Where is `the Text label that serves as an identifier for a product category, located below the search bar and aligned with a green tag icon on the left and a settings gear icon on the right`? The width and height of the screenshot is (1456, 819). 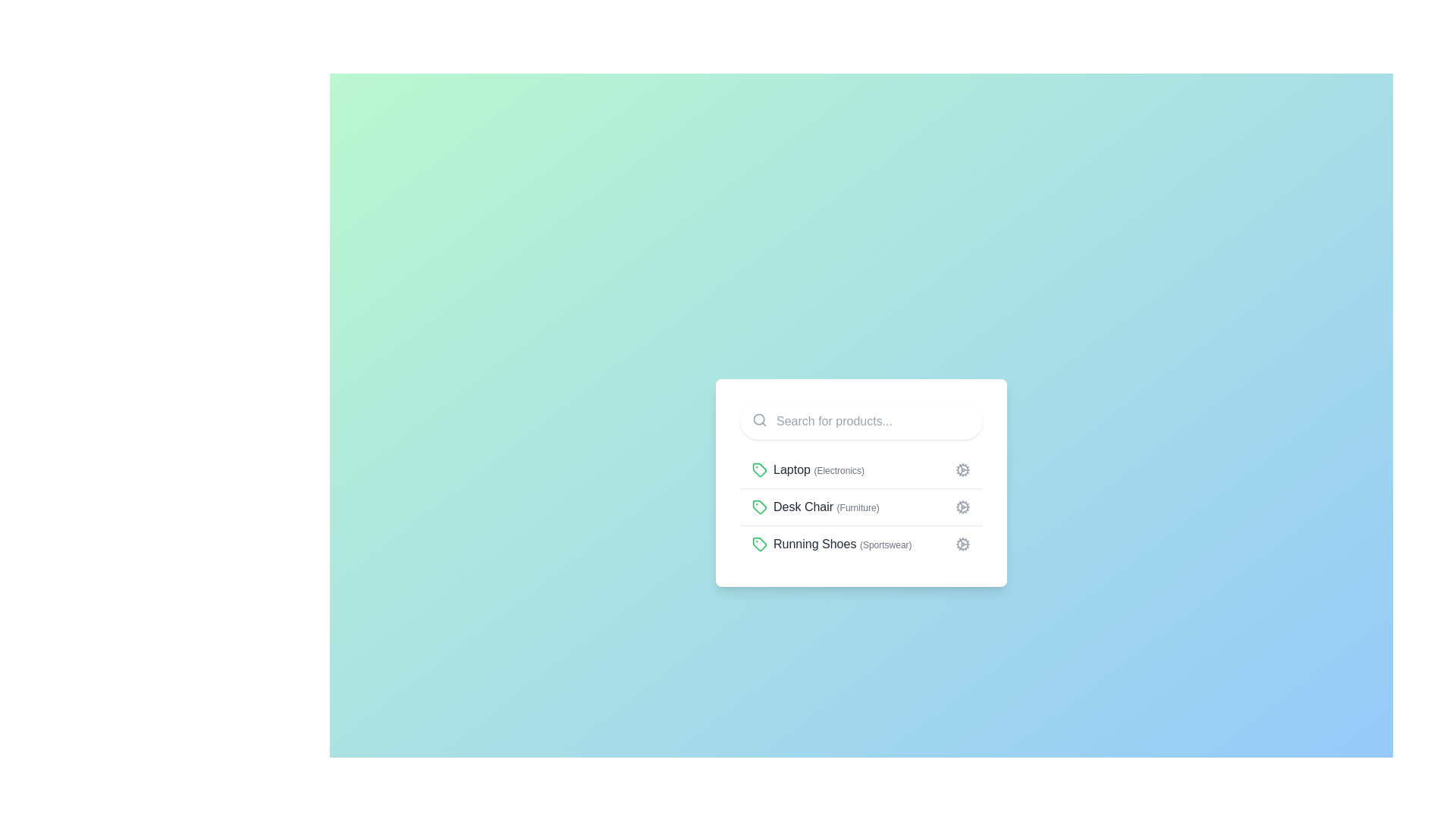
the Text label that serves as an identifier for a product category, located below the search bar and aligned with a green tag icon on the left and a settings gear icon on the right is located at coordinates (818, 469).